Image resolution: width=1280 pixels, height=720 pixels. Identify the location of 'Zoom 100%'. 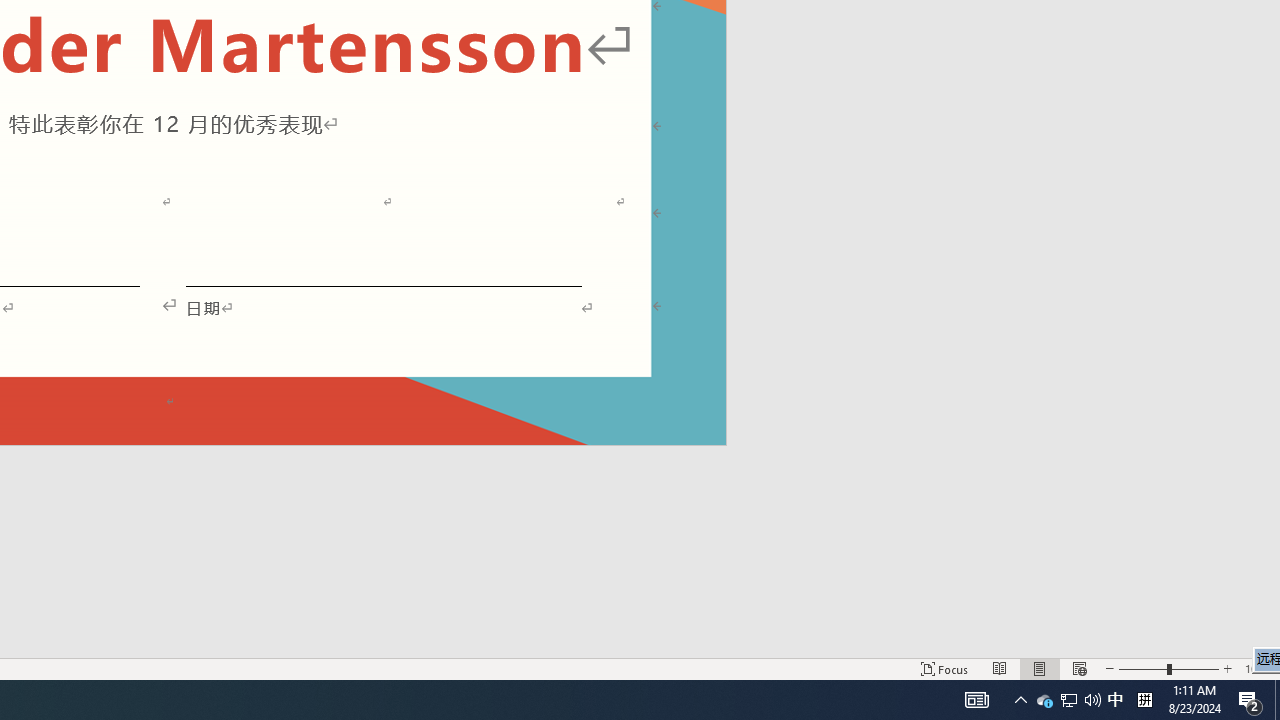
(1257, 669).